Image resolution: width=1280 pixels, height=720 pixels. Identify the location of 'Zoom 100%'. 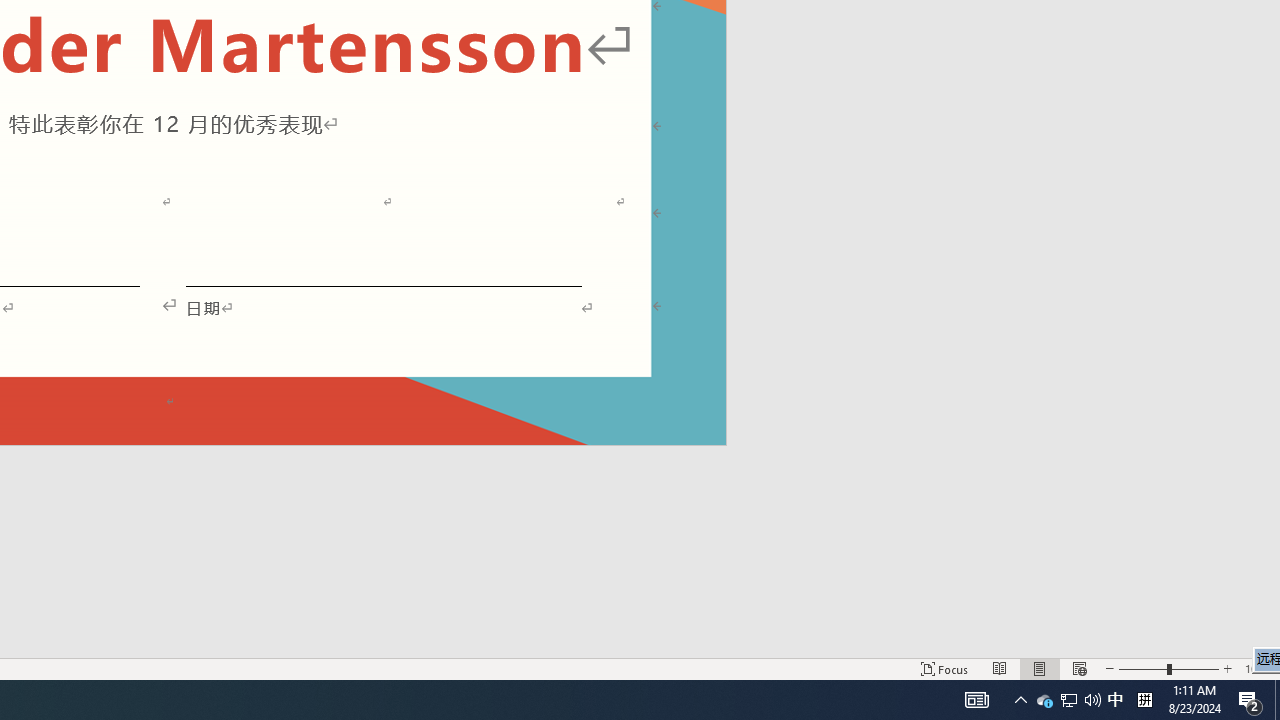
(1257, 669).